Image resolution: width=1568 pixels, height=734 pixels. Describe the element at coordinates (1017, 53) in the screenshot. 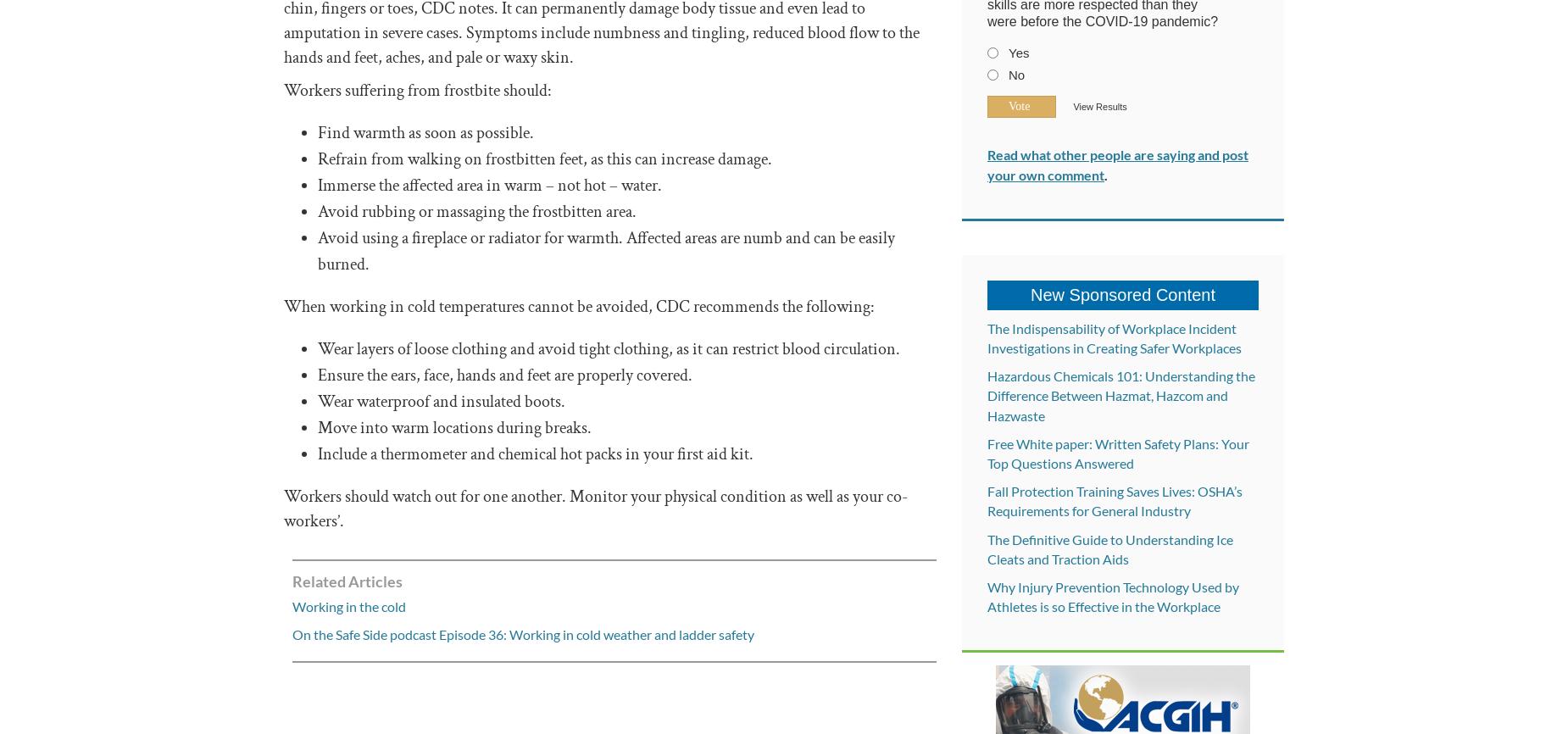

I see `'Yes'` at that location.